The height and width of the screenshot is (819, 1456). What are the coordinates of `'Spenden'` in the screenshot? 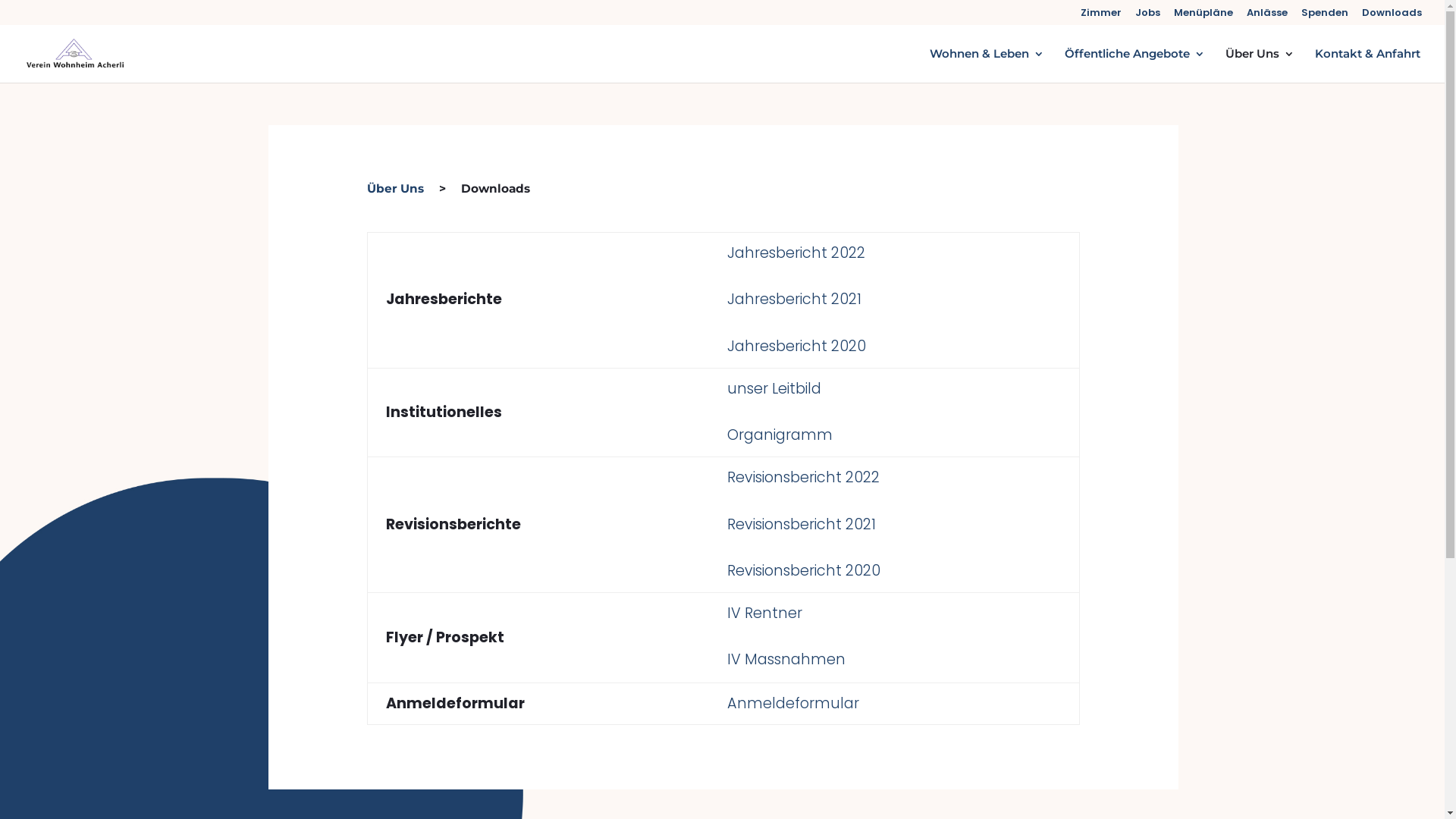 It's located at (1324, 16).